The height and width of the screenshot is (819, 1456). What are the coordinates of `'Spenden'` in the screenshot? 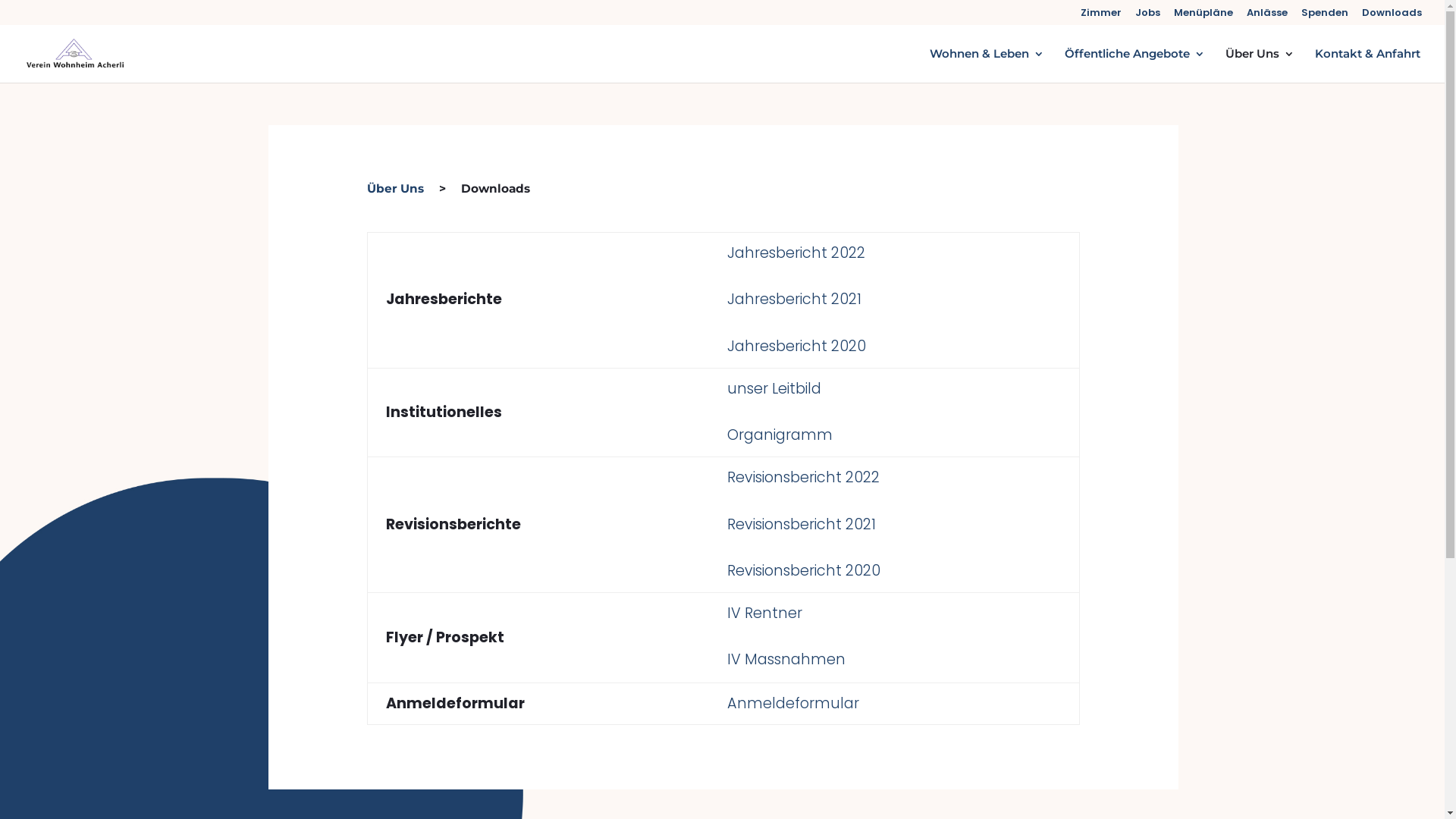 It's located at (1324, 16).